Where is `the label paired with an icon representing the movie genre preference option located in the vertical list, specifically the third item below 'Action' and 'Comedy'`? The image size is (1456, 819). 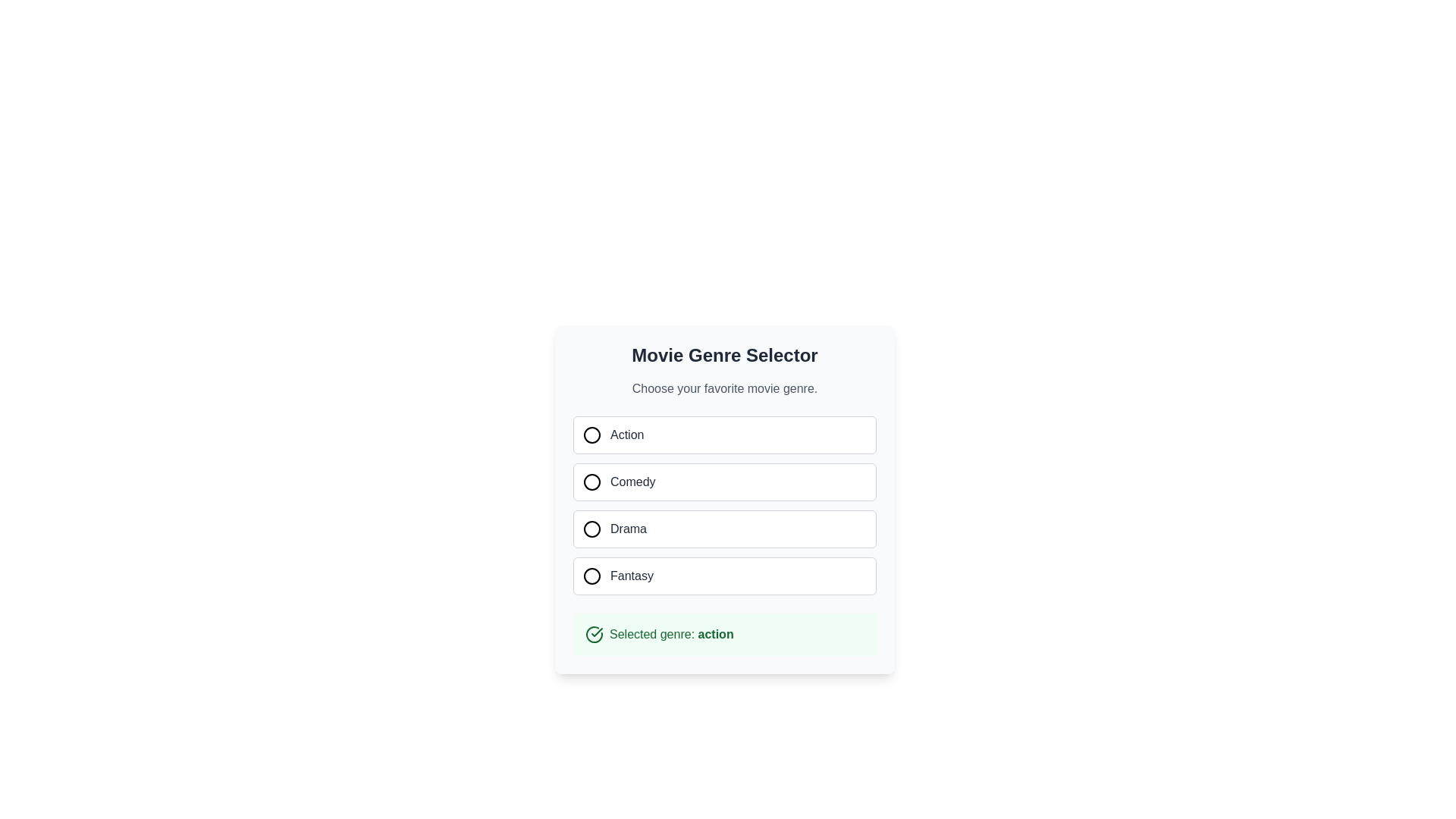 the label paired with an icon representing the movie genre preference option located in the vertical list, specifically the third item below 'Action' and 'Comedy' is located at coordinates (615, 529).